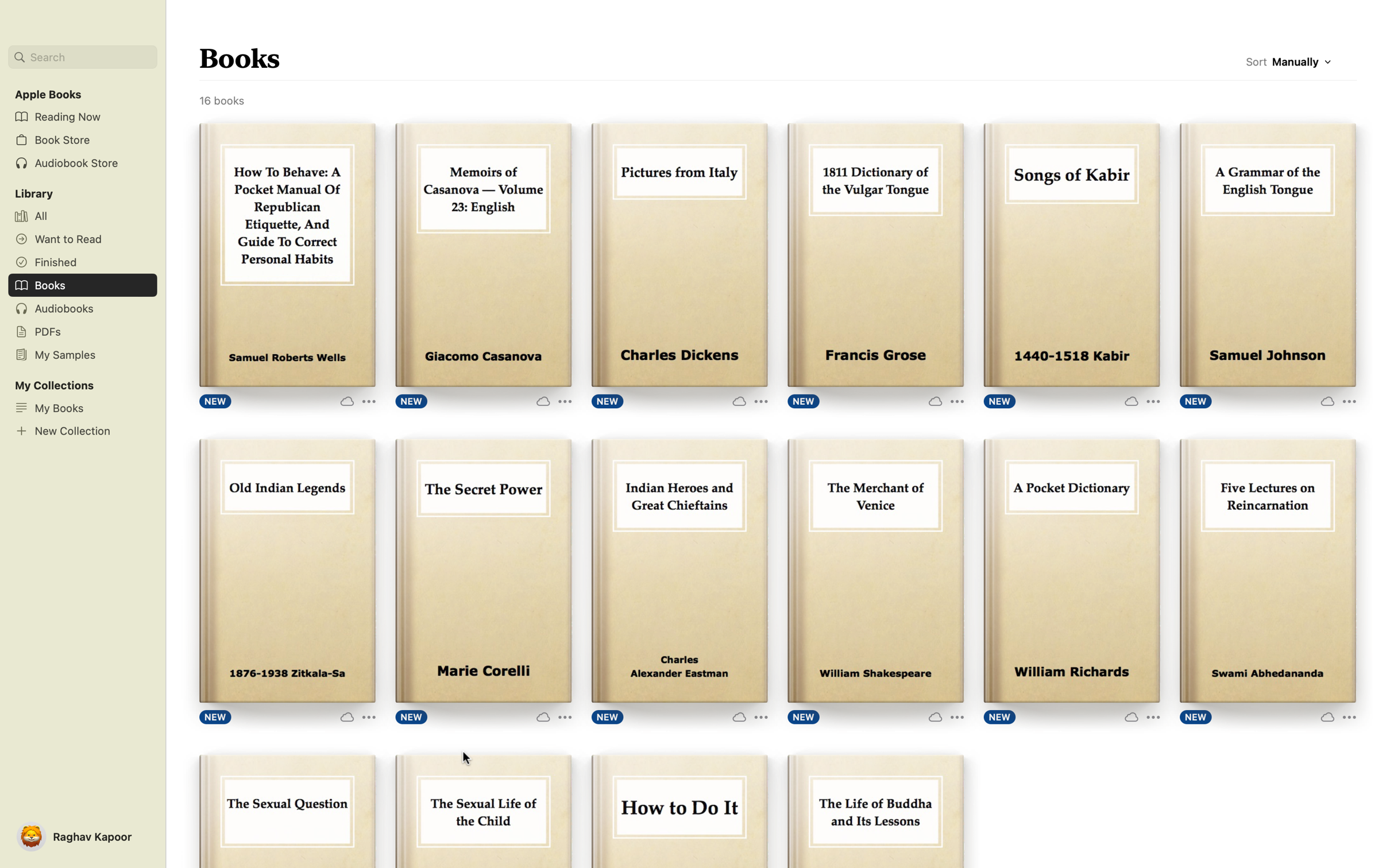 The width and height of the screenshot is (1390, 868). Describe the element at coordinates (1071, 255) in the screenshot. I see `To read "Songs of Kabir", double click on it` at that location.